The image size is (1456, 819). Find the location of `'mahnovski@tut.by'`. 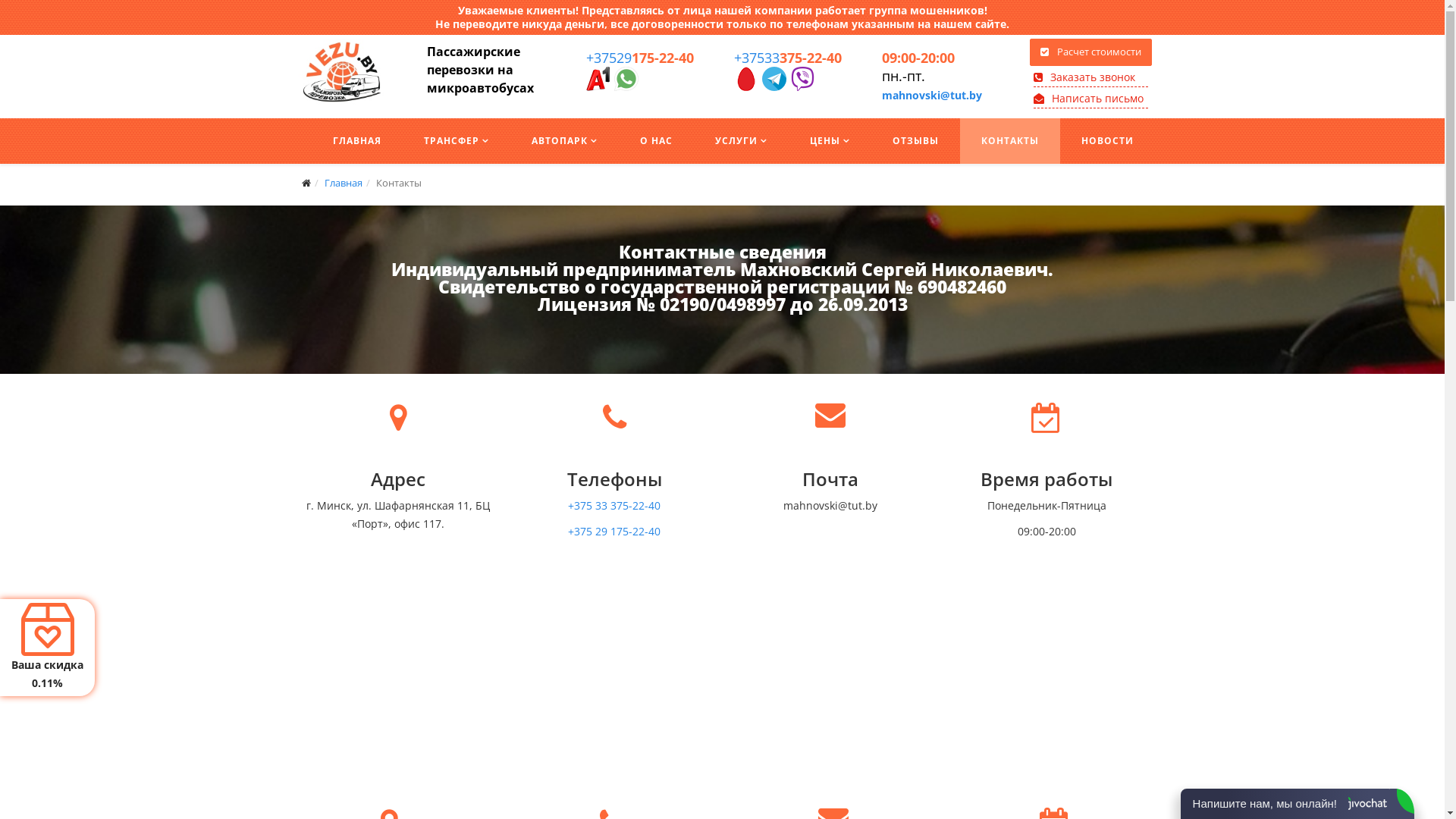

'mahnovski@tut.by' is located at coordinates (930, 95).